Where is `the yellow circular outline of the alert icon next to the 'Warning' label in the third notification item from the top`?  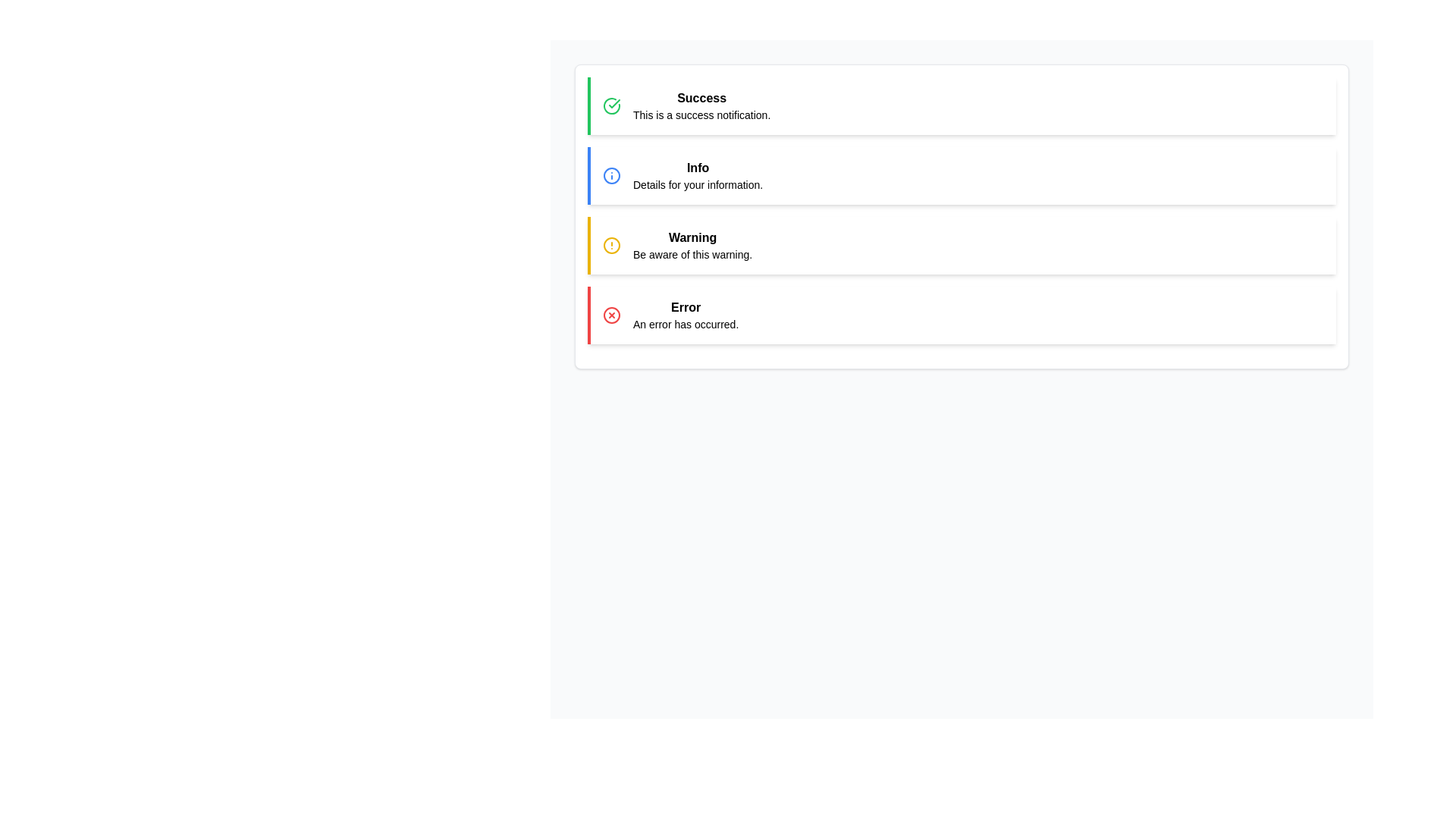 the yellow circular outline of the alert icon next to the 'Warning' label in the third notification item from the top is located at coordinates (611, 245).